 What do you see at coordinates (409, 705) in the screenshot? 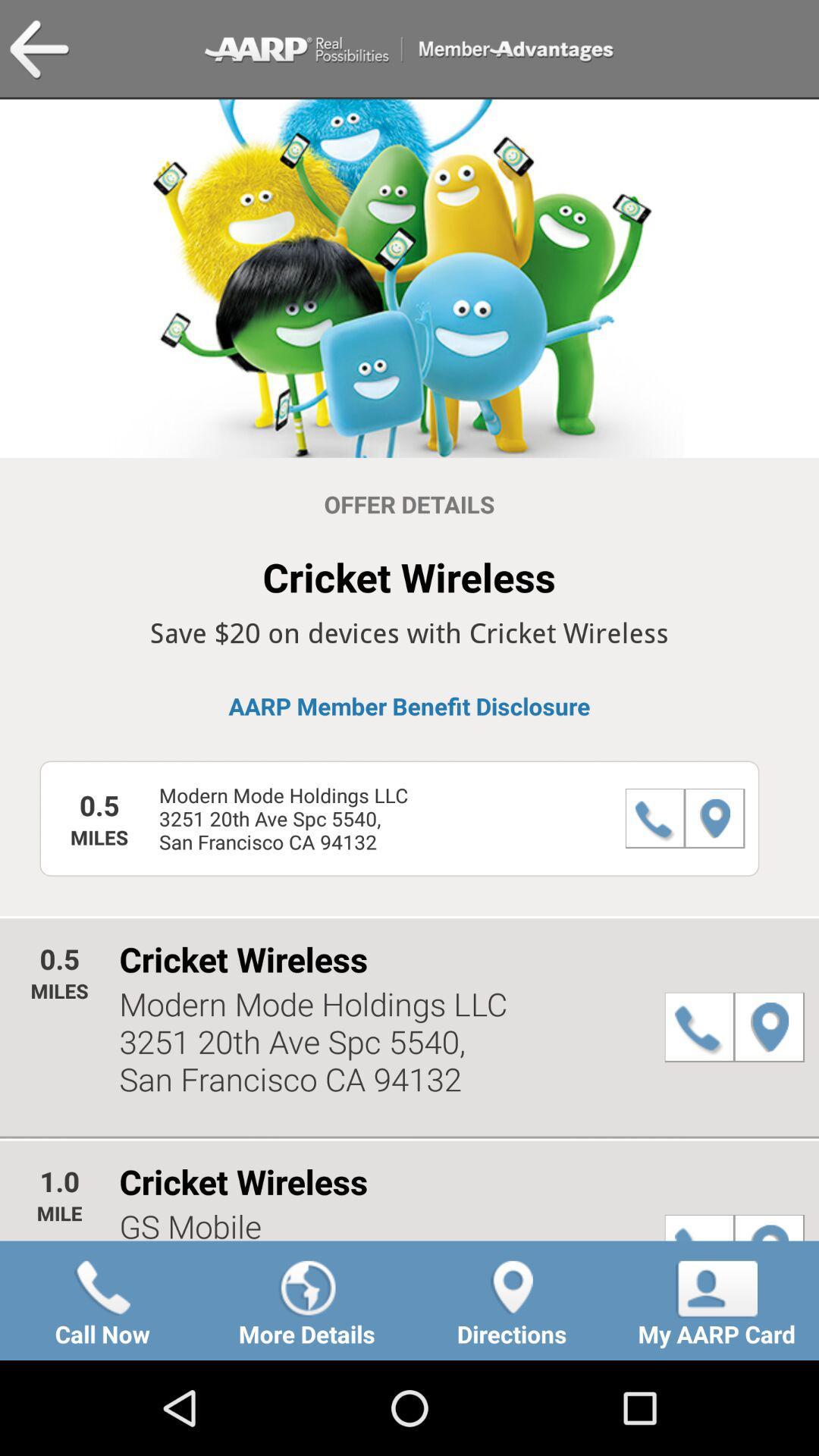
I see `item above modern mode holdings icon` at bounding box center [409, 705].